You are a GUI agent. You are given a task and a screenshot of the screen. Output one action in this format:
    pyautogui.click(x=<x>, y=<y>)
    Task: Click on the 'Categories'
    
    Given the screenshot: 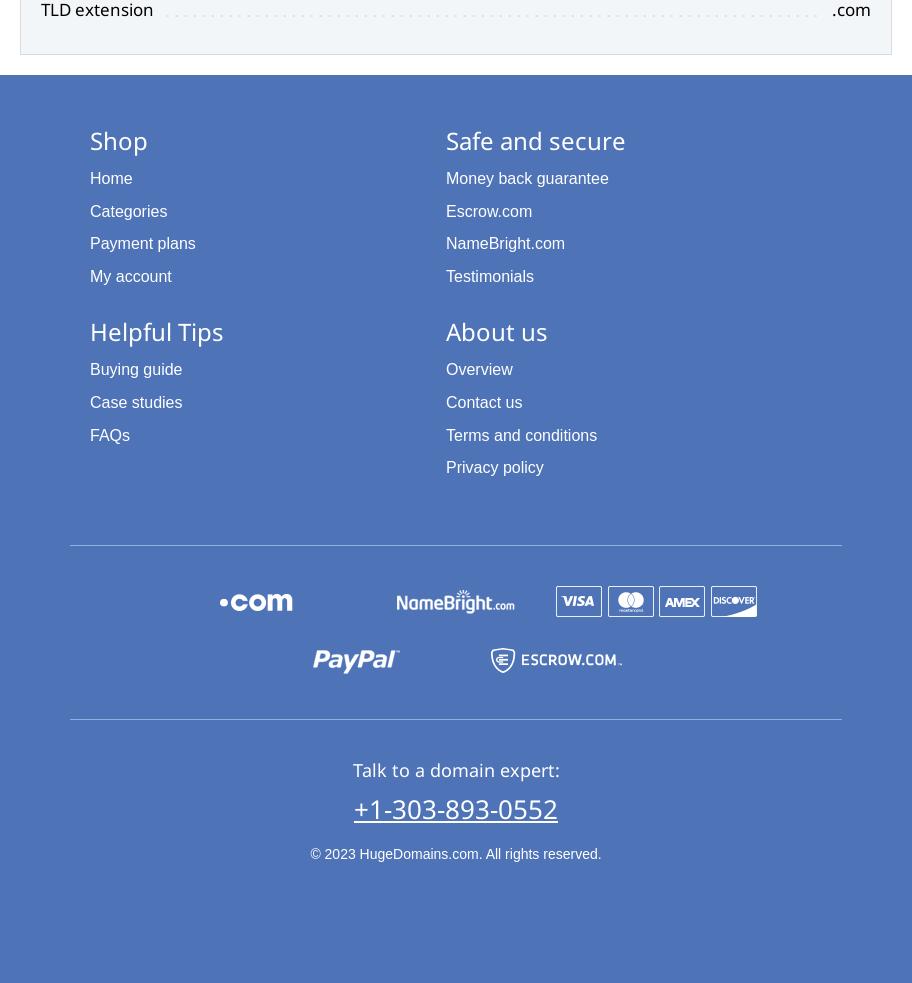 What is the action you would take?
    pyautogui.click(x=127, y=210)
    